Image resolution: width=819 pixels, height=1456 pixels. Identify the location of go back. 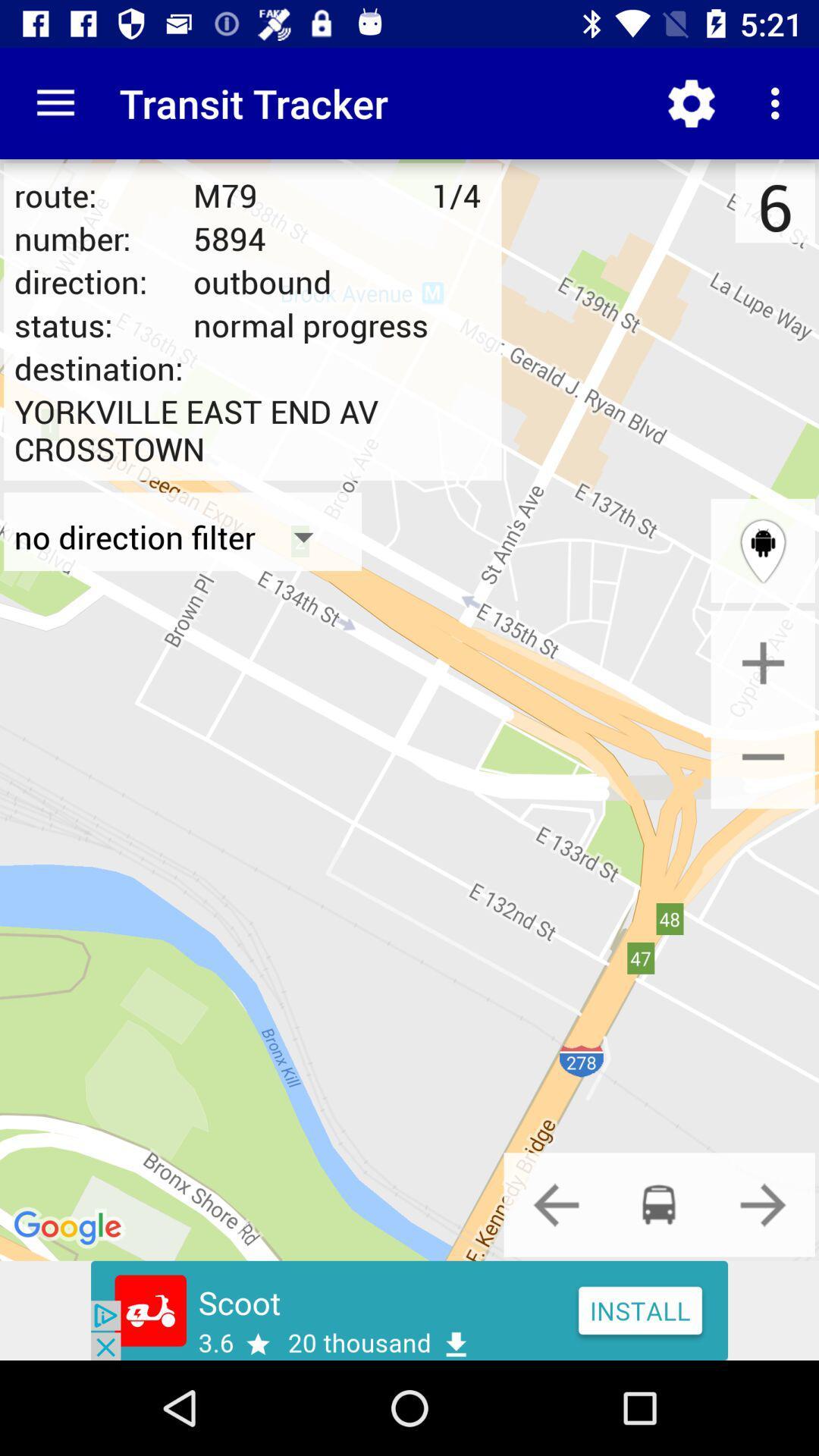
(556, 1203).